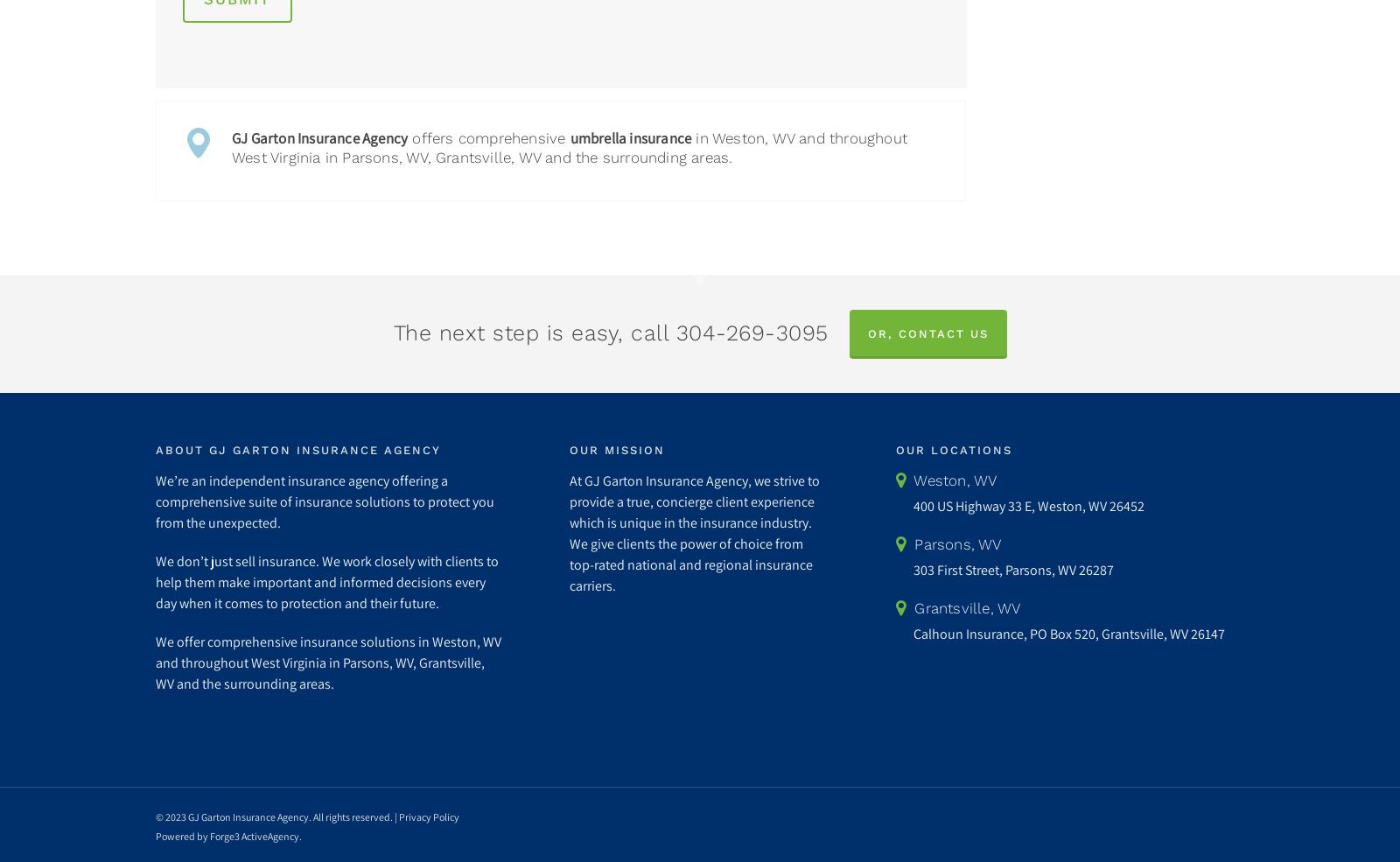 Image resolution: width=1400 pixels, height=862 pixels. I want to click on 'GJ Garton Insurance Agency', so click(319, 137).